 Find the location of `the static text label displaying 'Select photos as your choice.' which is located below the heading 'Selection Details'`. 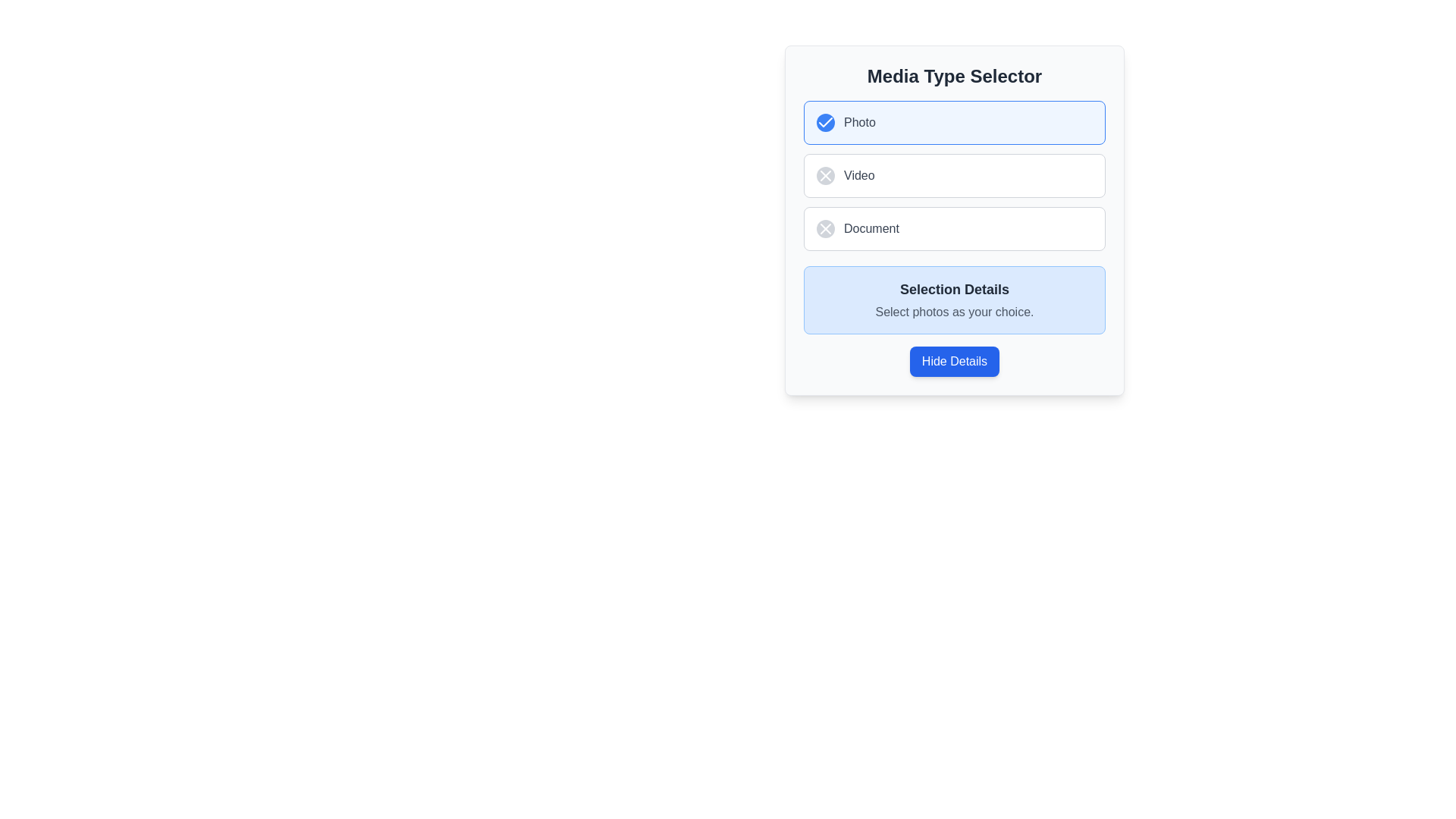

the static text label displaying 'Select photos as your choice.' which is located below the heading 'Selection Details' is located at coordinates (953, 312).